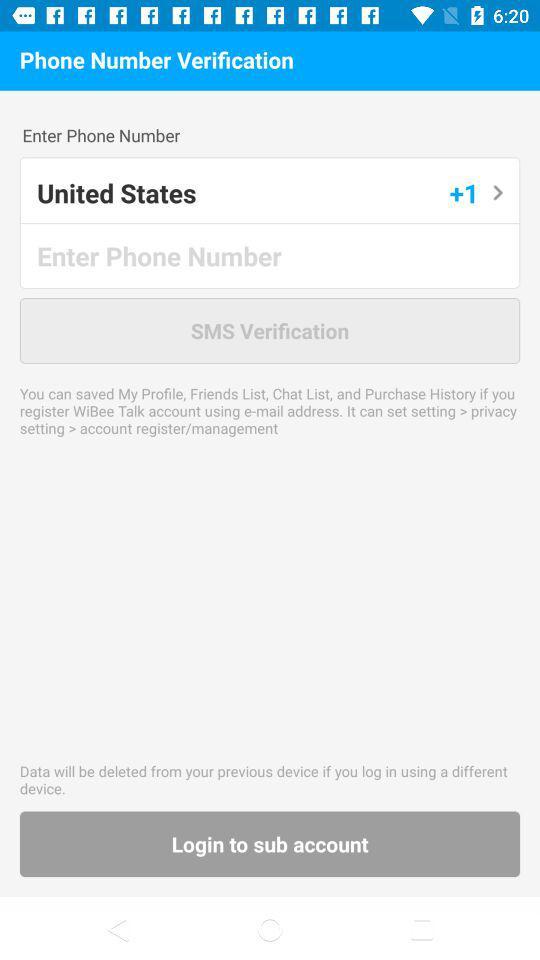  What do you see at coordinates (270, 330) in the screenshot?
I see `item above the you can saved app` at bounding box center [270, 330].